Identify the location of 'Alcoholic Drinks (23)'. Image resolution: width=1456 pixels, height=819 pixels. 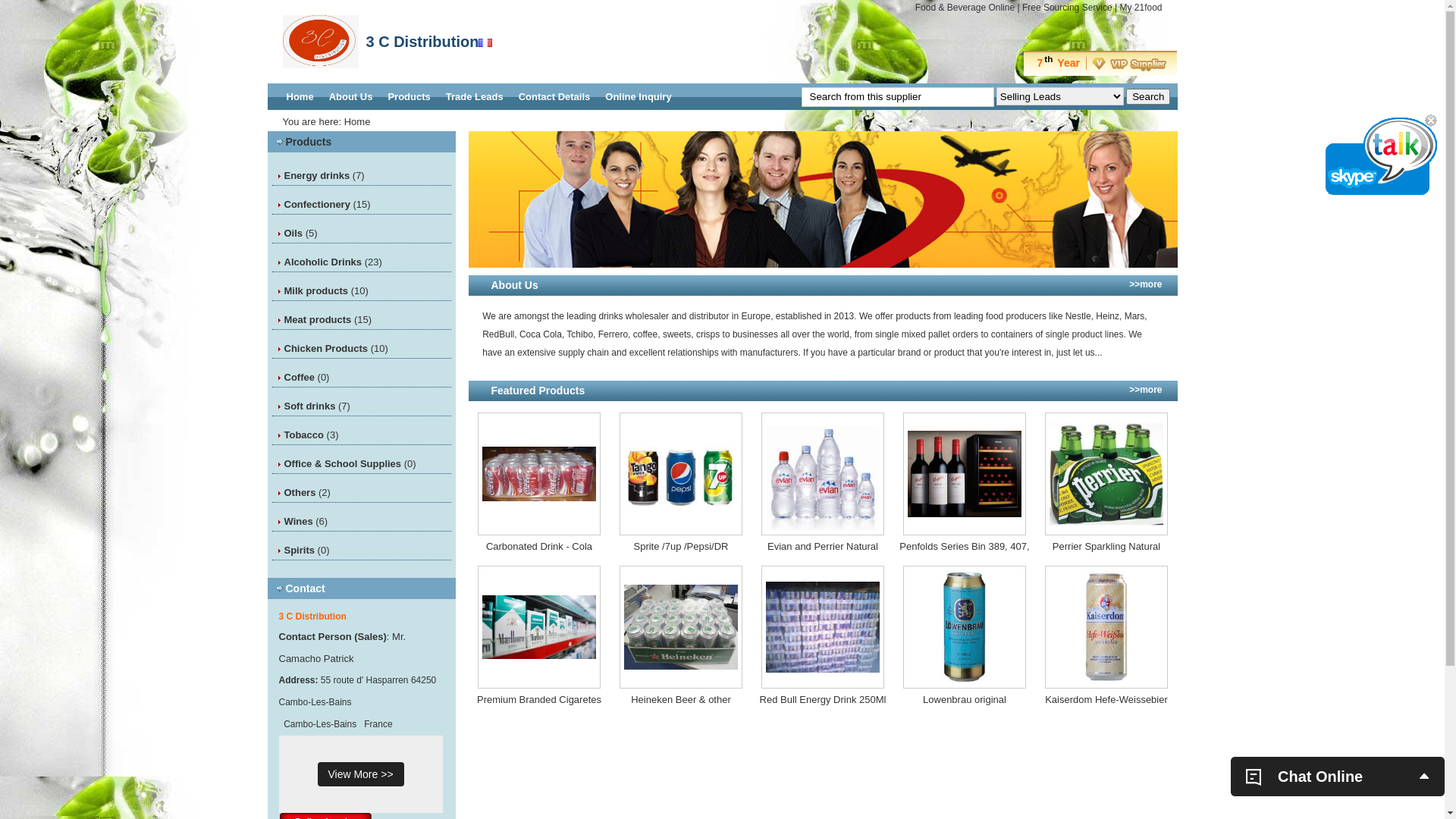
(331, 261).